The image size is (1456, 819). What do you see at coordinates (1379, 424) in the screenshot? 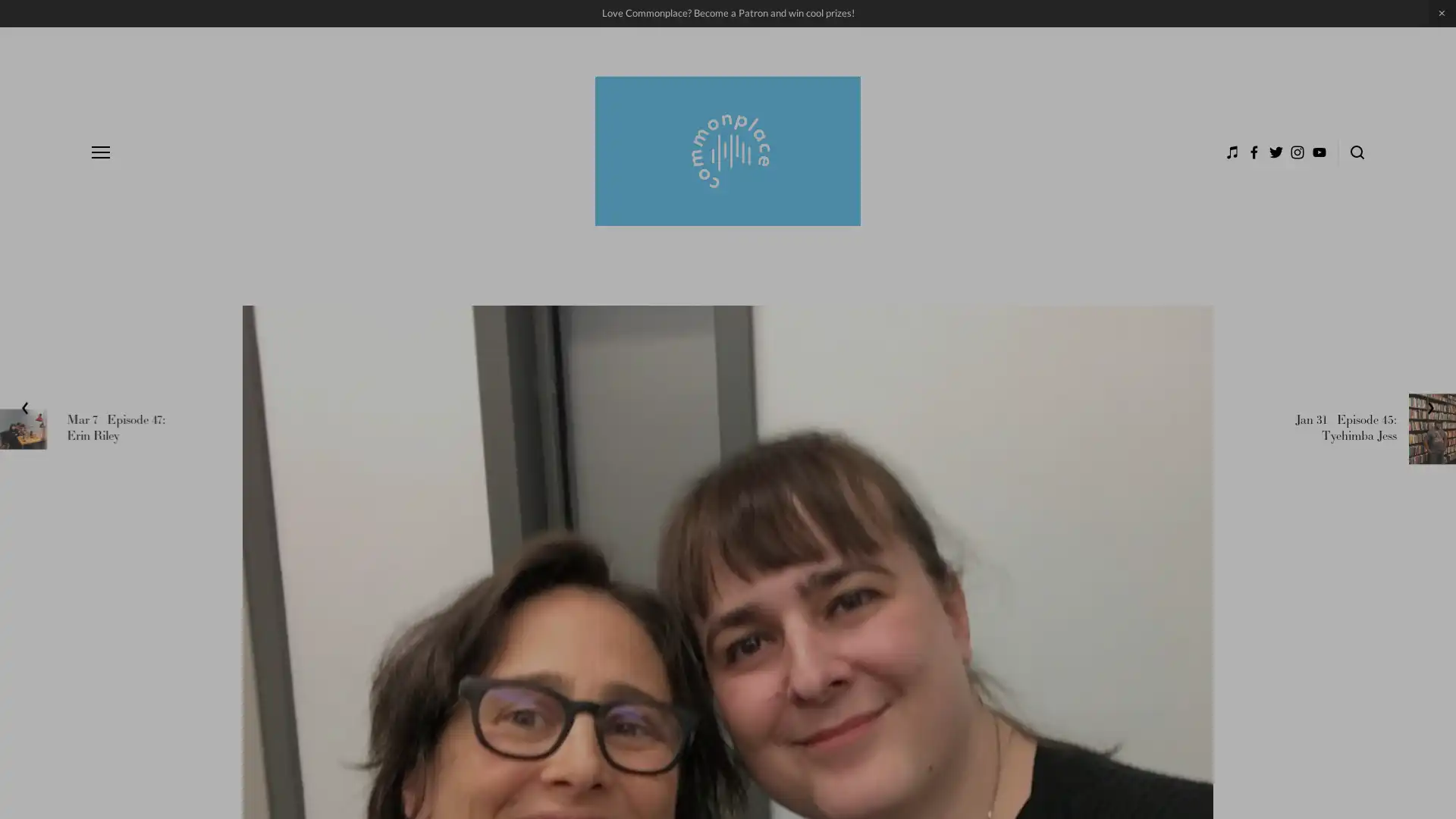
I see `Close` at bounding box center [1379, 424].